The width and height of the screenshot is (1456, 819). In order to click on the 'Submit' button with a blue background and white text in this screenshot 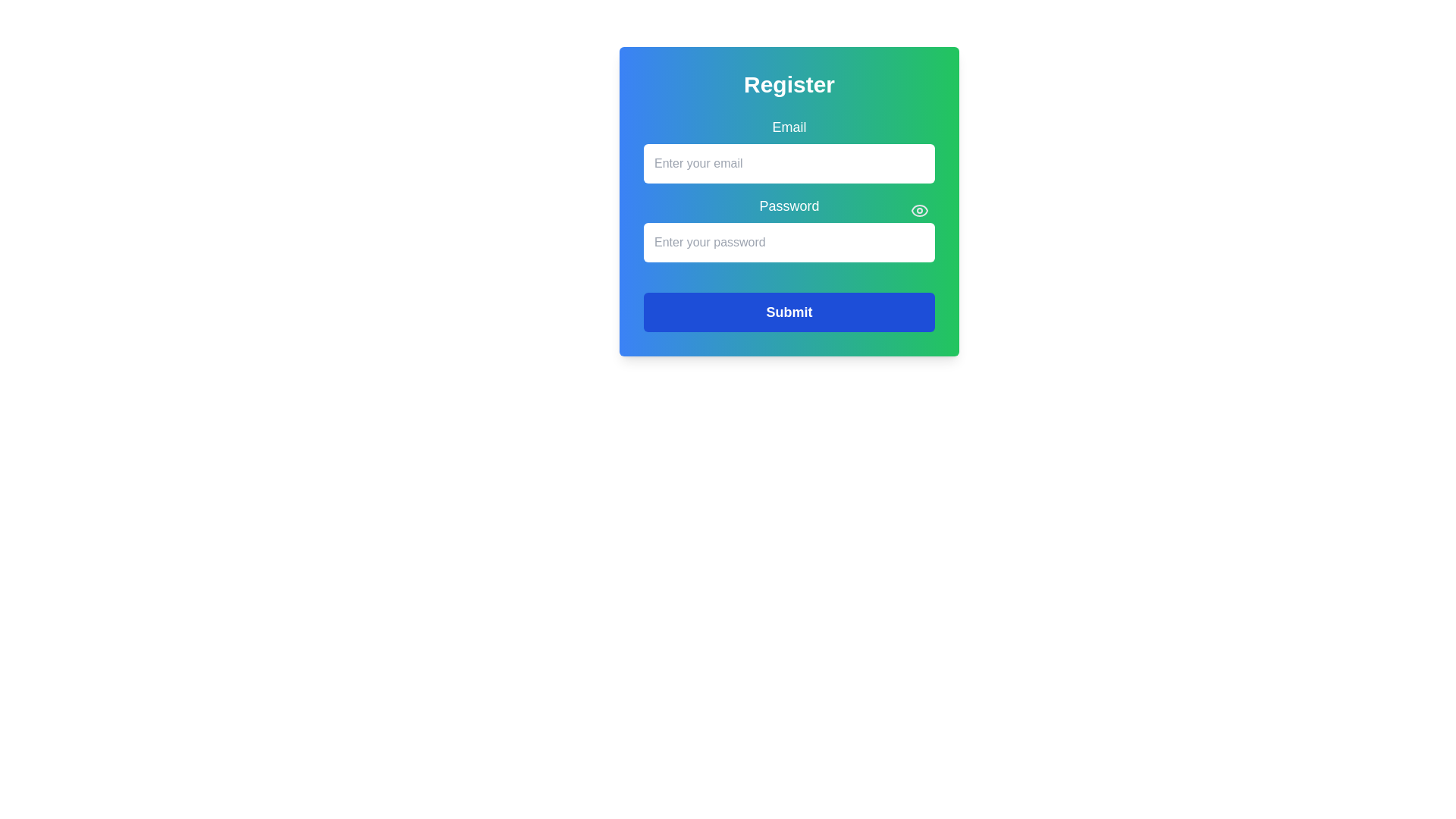, I will do `click(789, 312)`.